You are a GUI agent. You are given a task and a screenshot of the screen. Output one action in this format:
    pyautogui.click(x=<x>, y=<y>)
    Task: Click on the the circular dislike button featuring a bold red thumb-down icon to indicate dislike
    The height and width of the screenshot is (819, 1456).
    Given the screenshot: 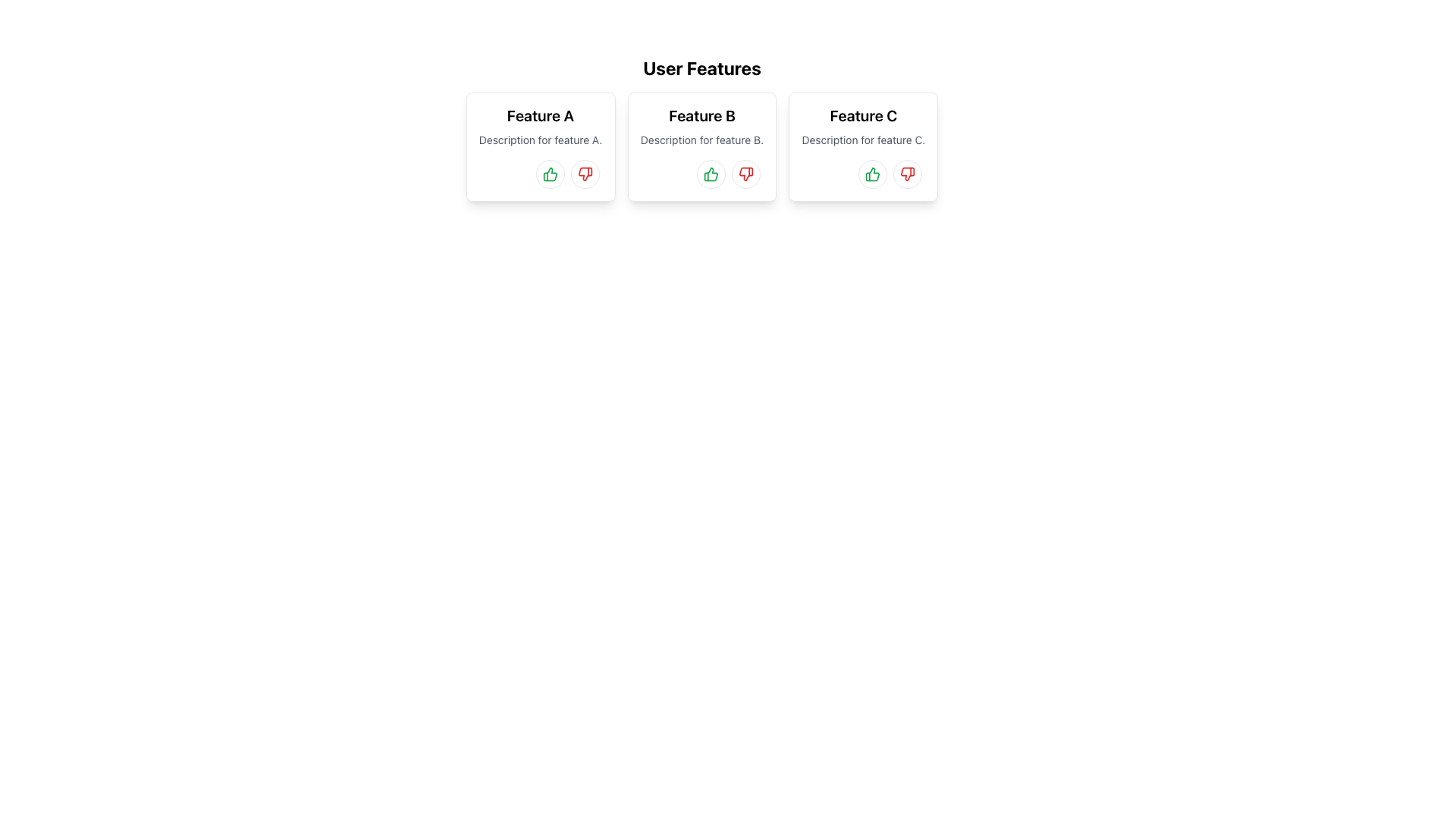 What is the action you would take?
    pyautogui.click(x=908, y=174)
    